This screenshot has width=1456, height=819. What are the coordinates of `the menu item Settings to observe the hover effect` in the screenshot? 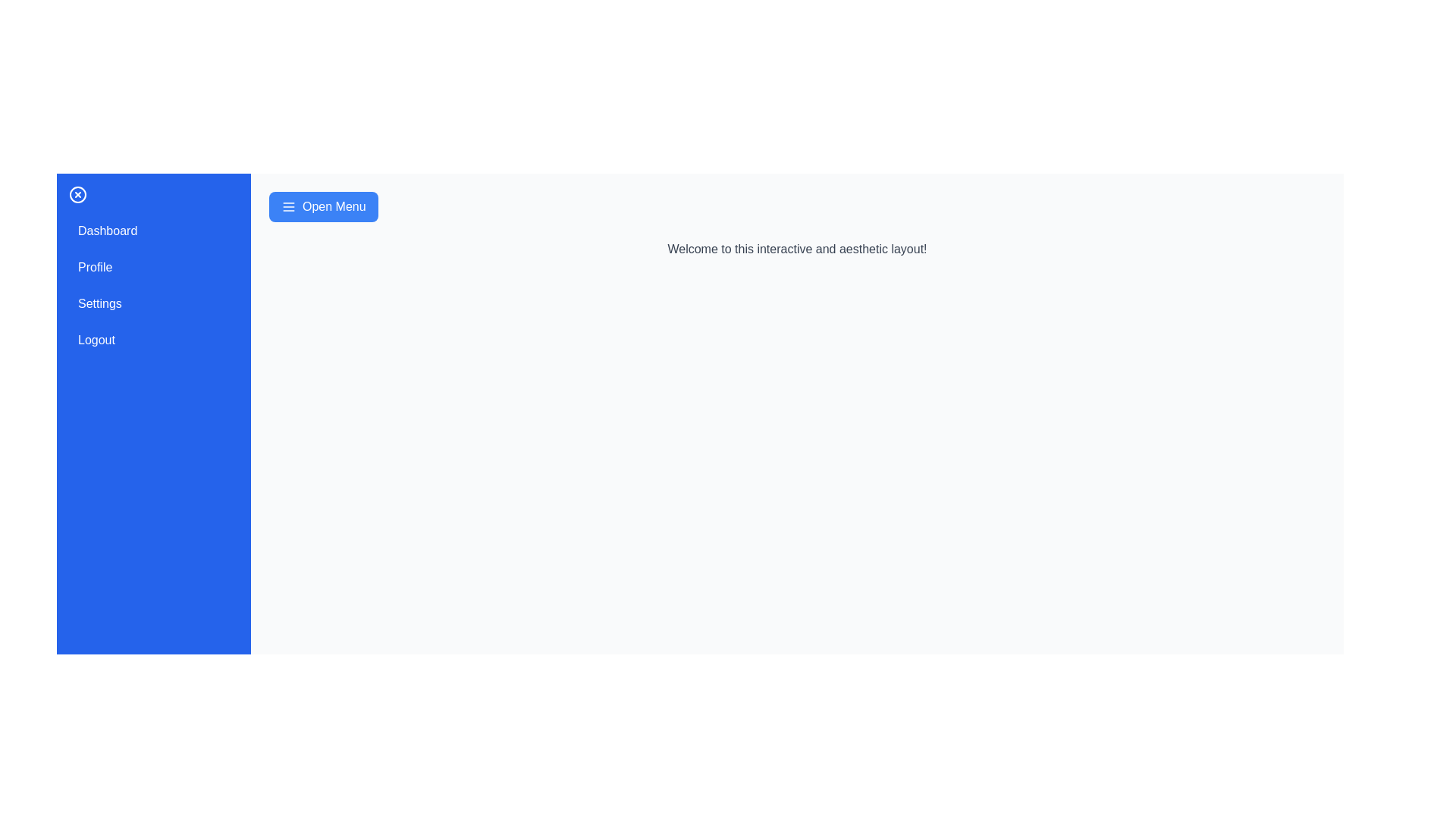 It's located at (153, 304).